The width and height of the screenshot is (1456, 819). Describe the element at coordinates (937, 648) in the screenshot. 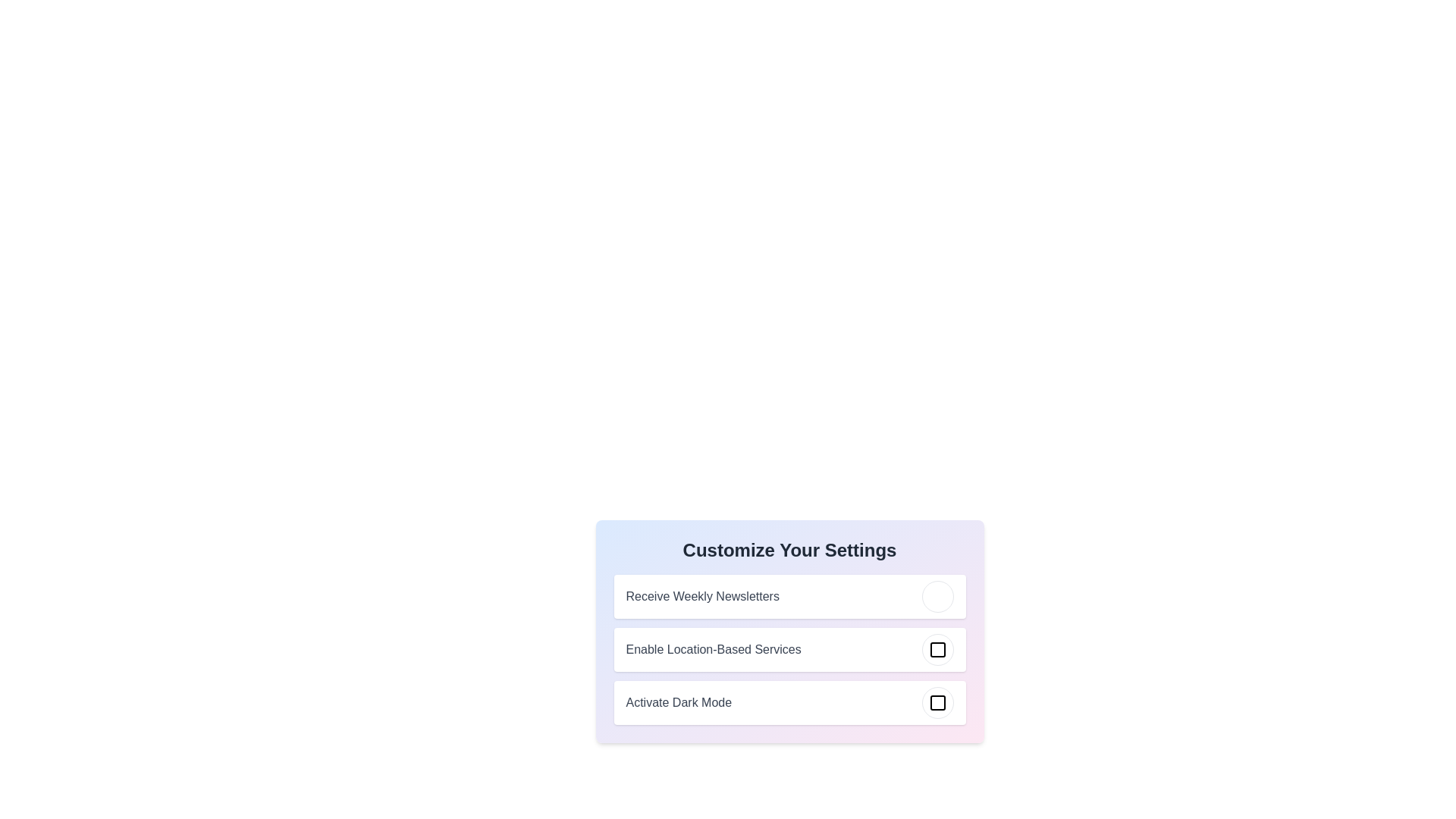

I see `the checkbox indicating 'Enable Location-Based Services'` at that location.